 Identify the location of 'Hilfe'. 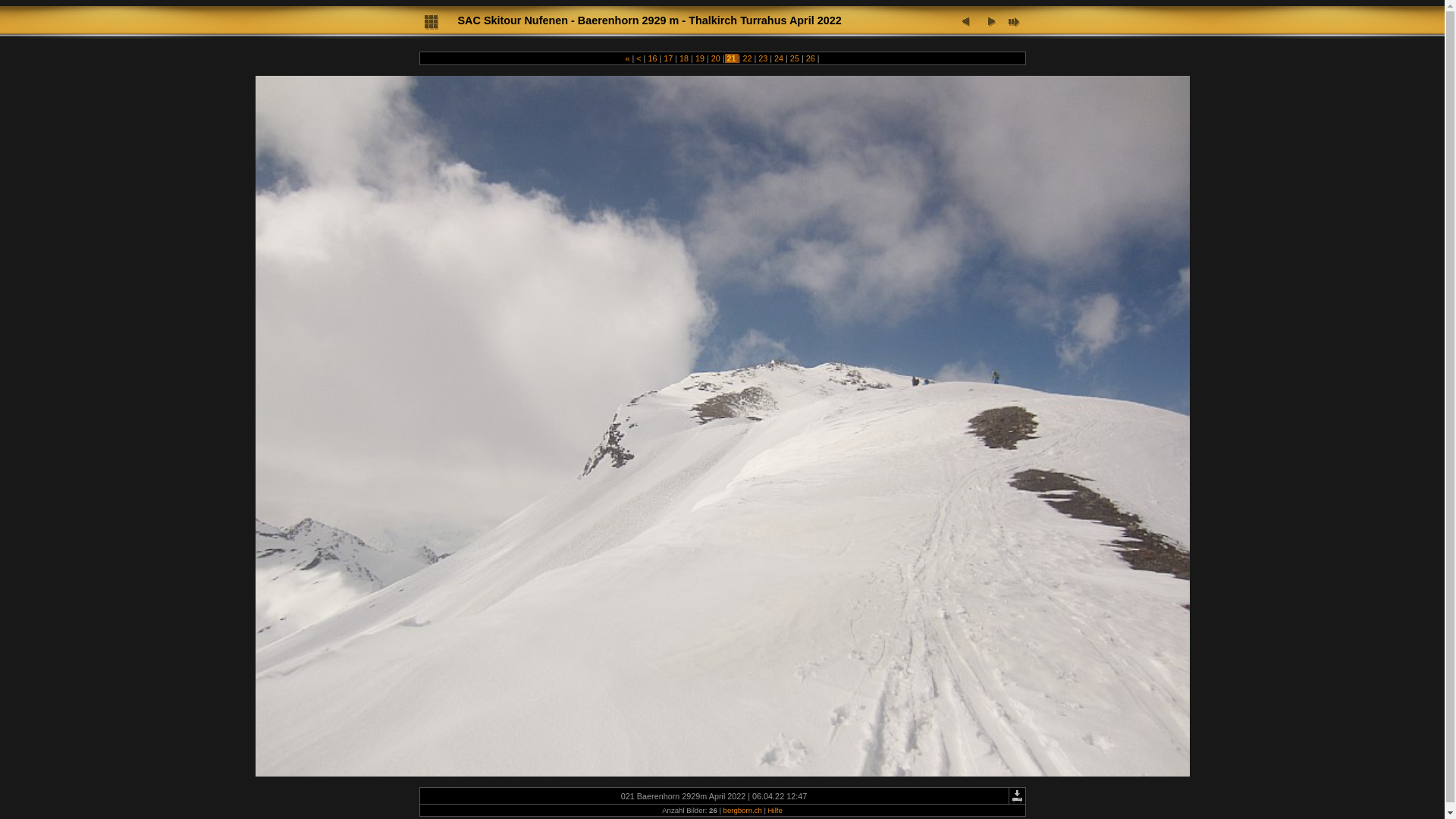
(775, 809).